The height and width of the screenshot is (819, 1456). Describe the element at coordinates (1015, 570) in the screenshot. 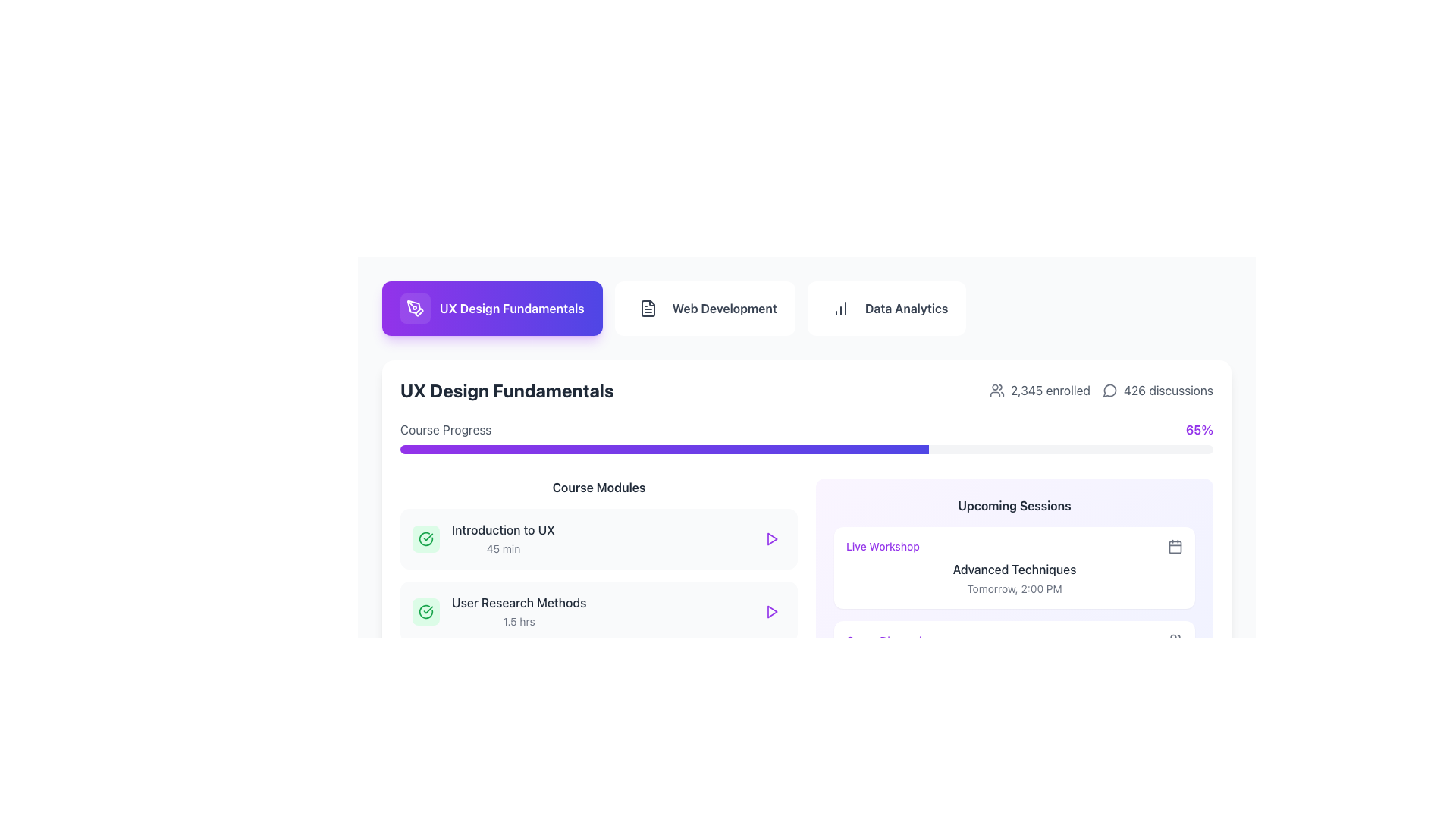

I see `the text 'Advanced Techniques' displayed in gray color within the 'Upcoming Sessions' section, which is styled with a medium-sized font and located below 'Live Workshop'` at that location.